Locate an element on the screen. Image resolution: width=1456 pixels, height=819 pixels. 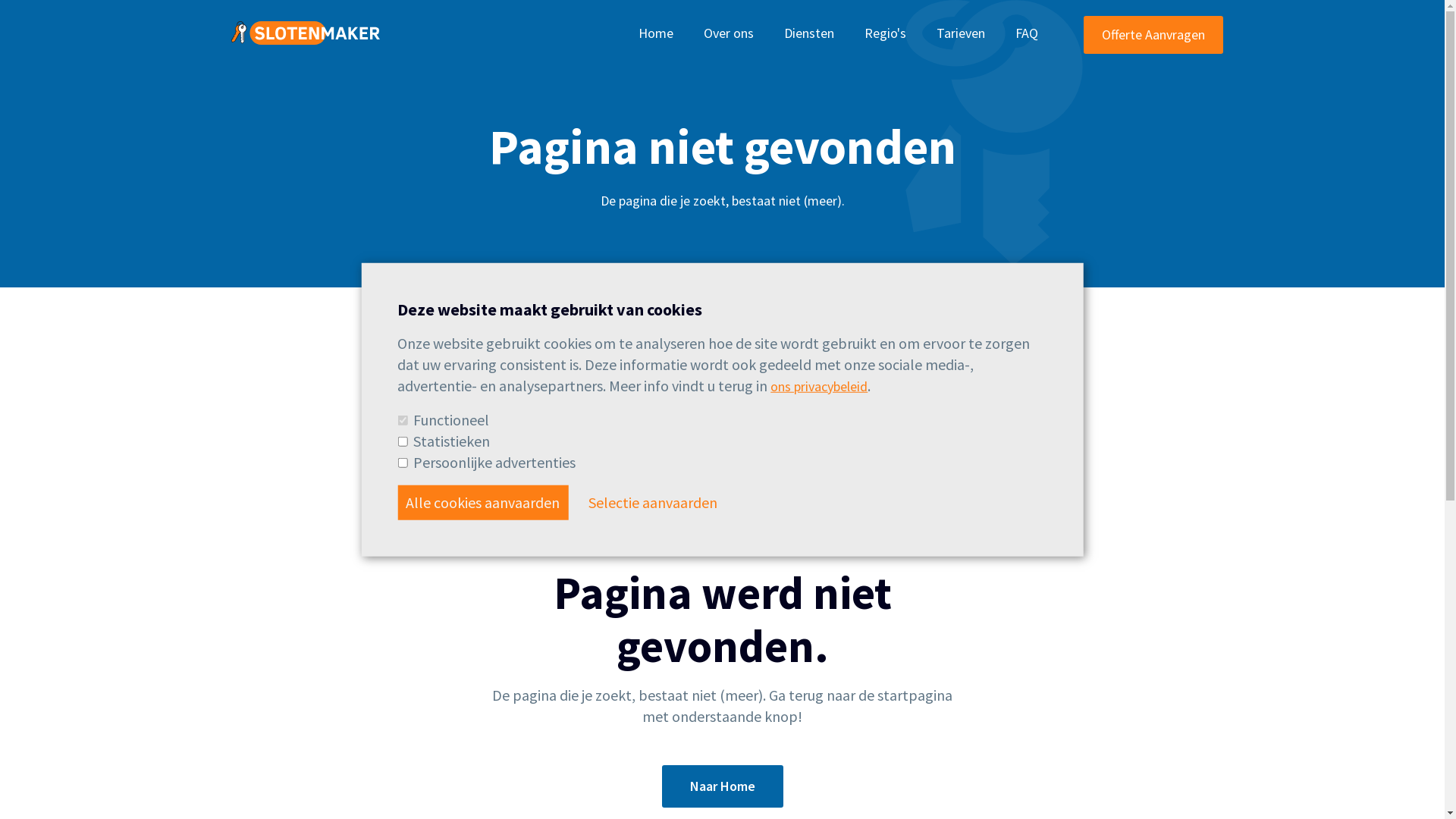
'Over ons' is located at coordinates (728, 33).